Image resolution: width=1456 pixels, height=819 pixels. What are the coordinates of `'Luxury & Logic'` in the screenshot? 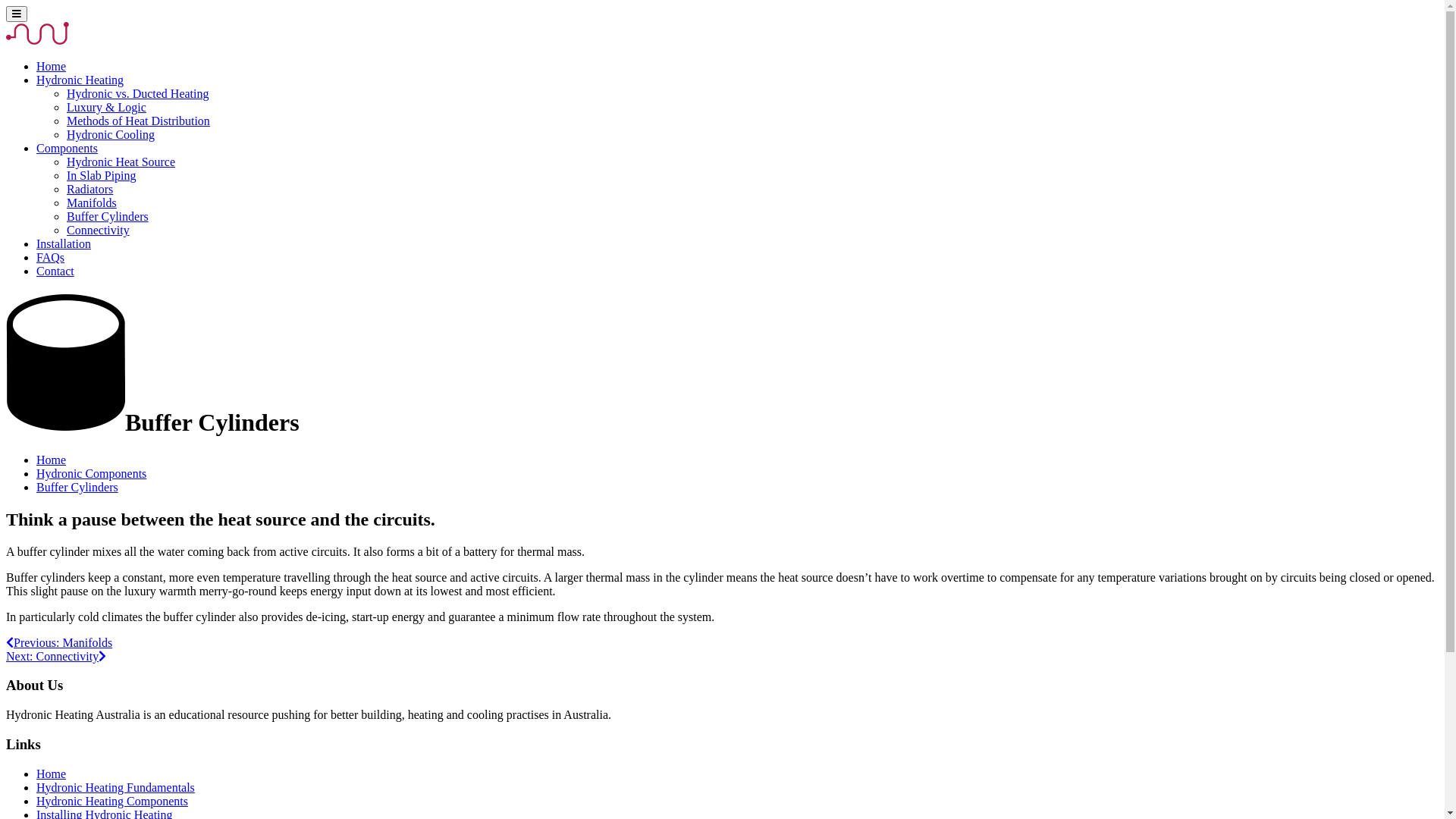 It's located at (105, 106).